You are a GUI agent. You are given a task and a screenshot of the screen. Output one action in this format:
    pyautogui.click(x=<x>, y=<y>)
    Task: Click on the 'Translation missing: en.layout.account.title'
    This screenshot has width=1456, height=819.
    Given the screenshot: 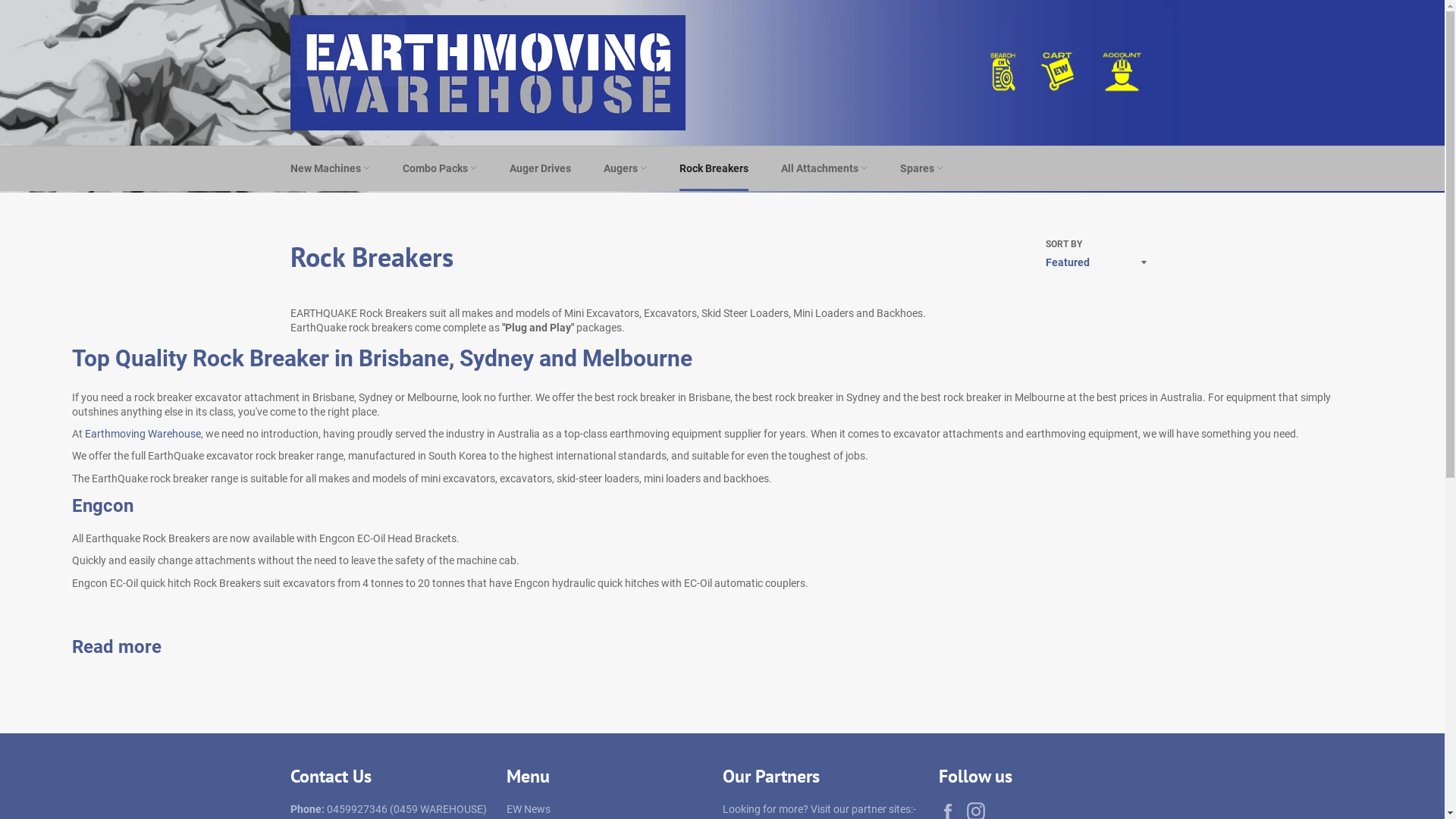 What is the action you would take?
    pyautogui.click(x=1122, y=73)
    